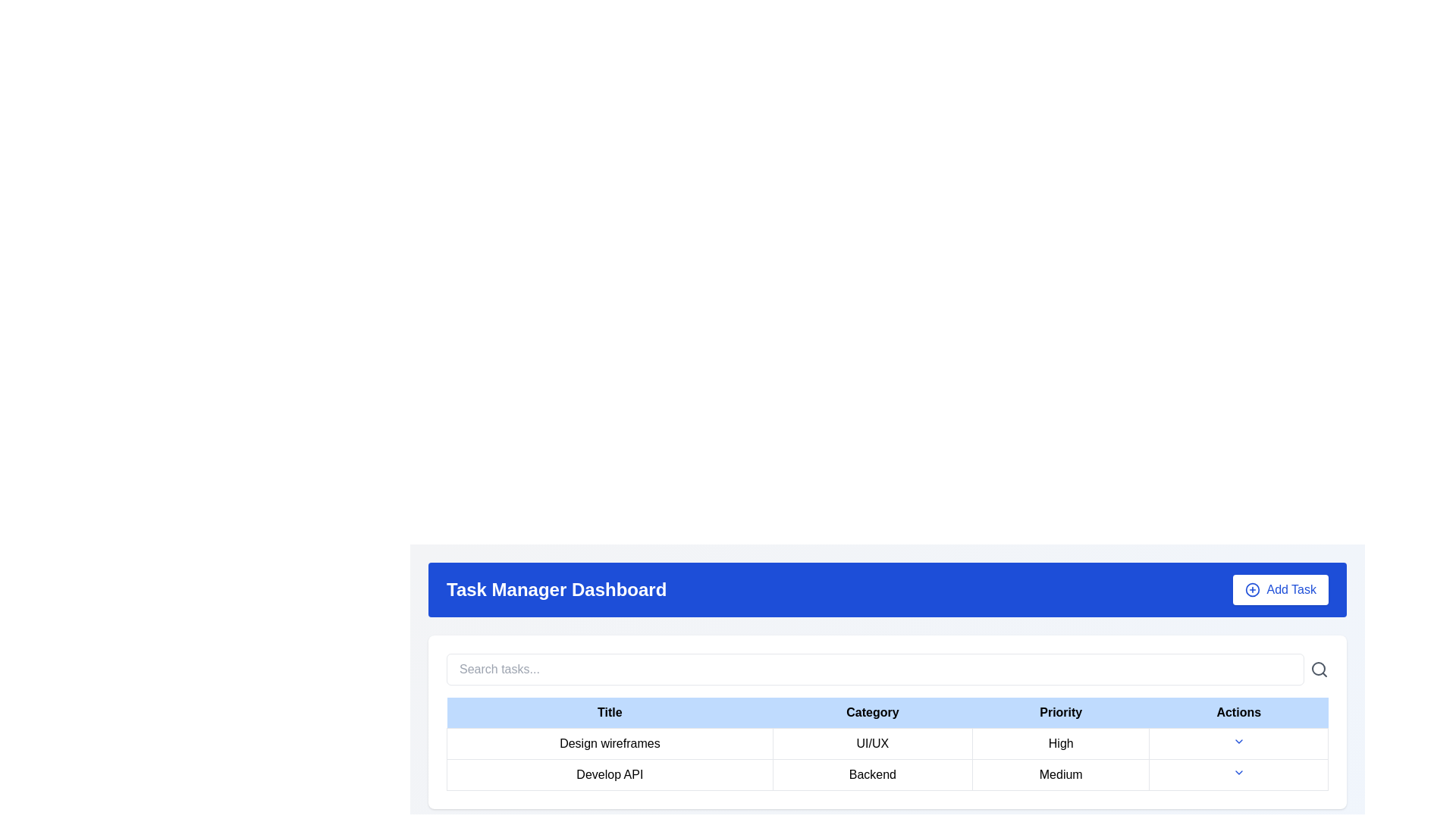 The height and width of the screenshot is (819, 1456). What do you see at coordinates (872, 775) in the screenshot?
I see `the table cell containing the text 'Backend' in the second row under the header 'Category'` at bounding box center [872, 775].